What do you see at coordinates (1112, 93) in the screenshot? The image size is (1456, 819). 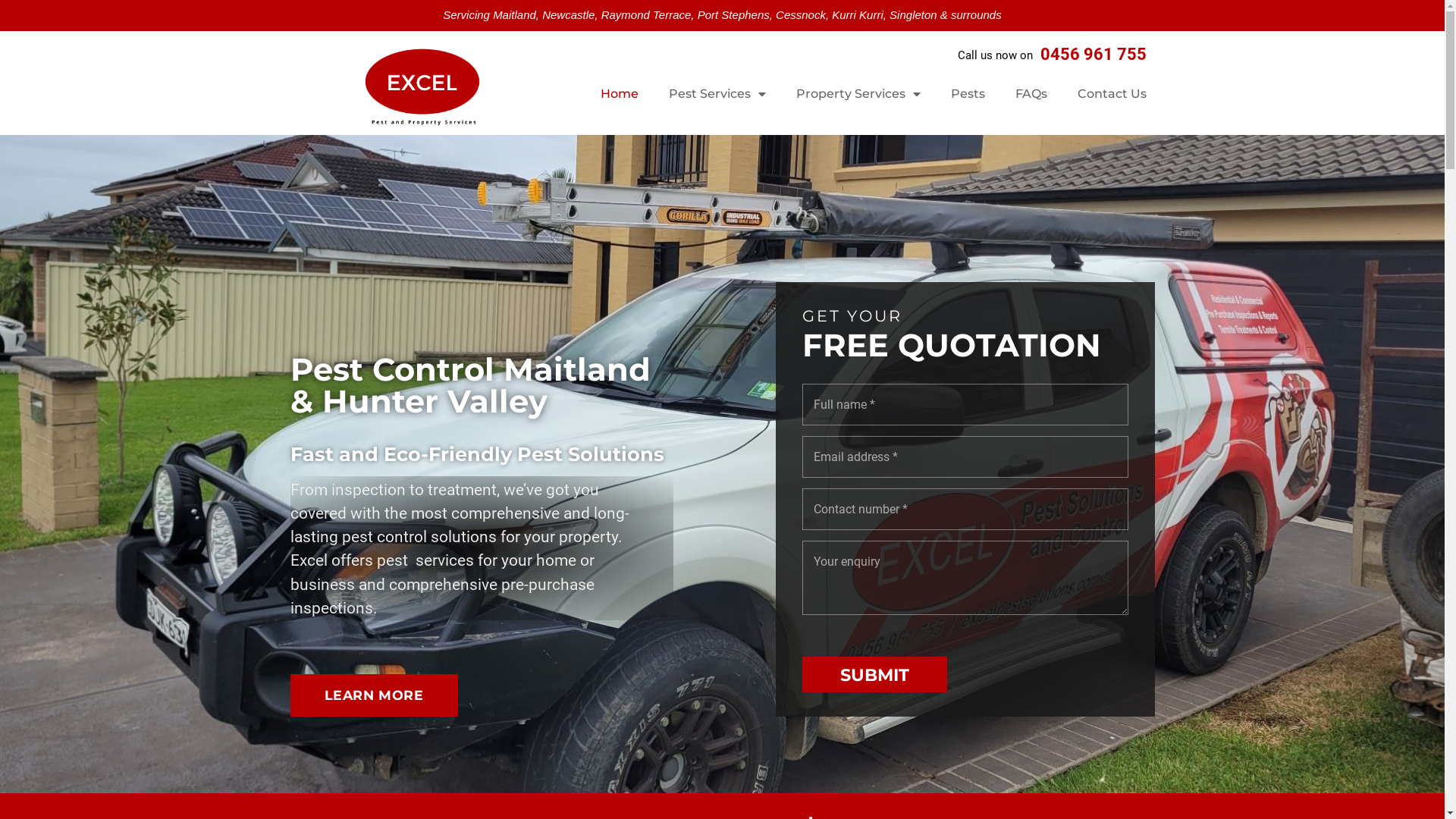 I see `'Contact Us'` at bounding box center [1112, 93].